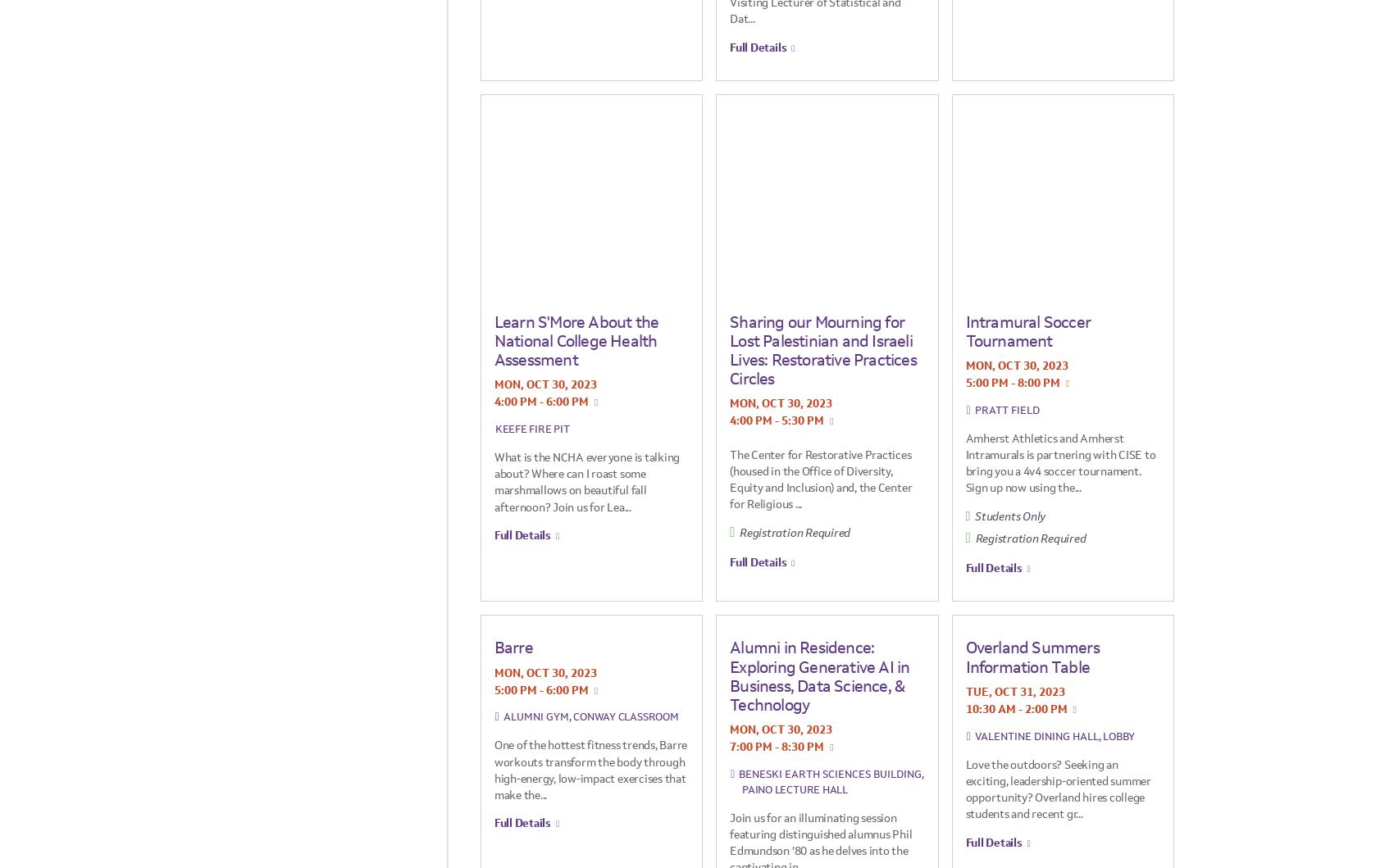 The width and height of the screenshot is (1394, 868). What do you see at coordinates (729, 478) in the screenshot?
I see `'The Center for Restorative Practices (housed in the Office of Diversity, Equity and Inclusion) and, the Center for Religious ...'` at bounding box center [729, 478].